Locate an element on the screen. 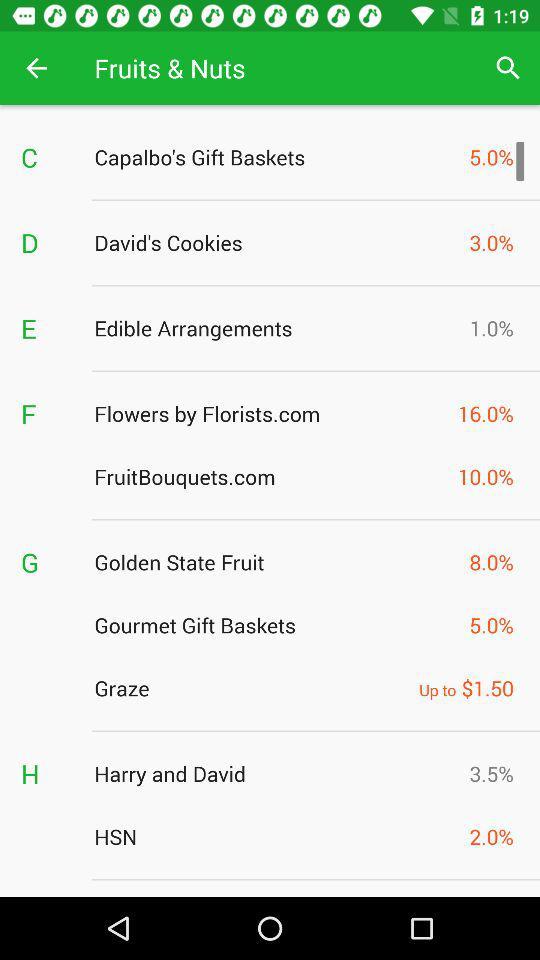 Image resolution: width=540 pixels, height=960 pixels. the icon next to harry and david item is located at coordinates (47, 772).